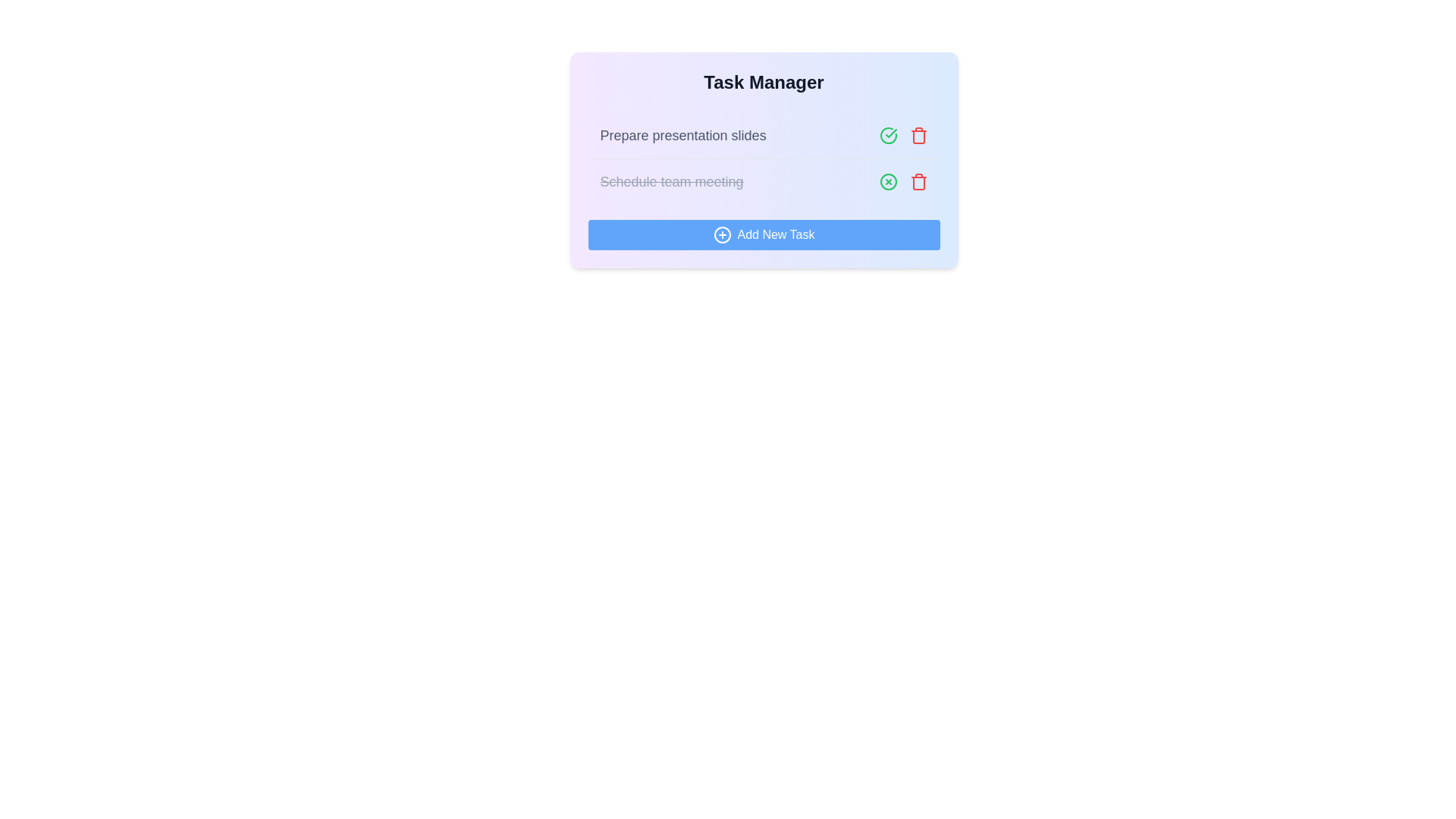  Describe the element at coordinates (918, 134) in the screenshot. I see `the delete icon for the task with the name Prepare presentation slides` at that location.